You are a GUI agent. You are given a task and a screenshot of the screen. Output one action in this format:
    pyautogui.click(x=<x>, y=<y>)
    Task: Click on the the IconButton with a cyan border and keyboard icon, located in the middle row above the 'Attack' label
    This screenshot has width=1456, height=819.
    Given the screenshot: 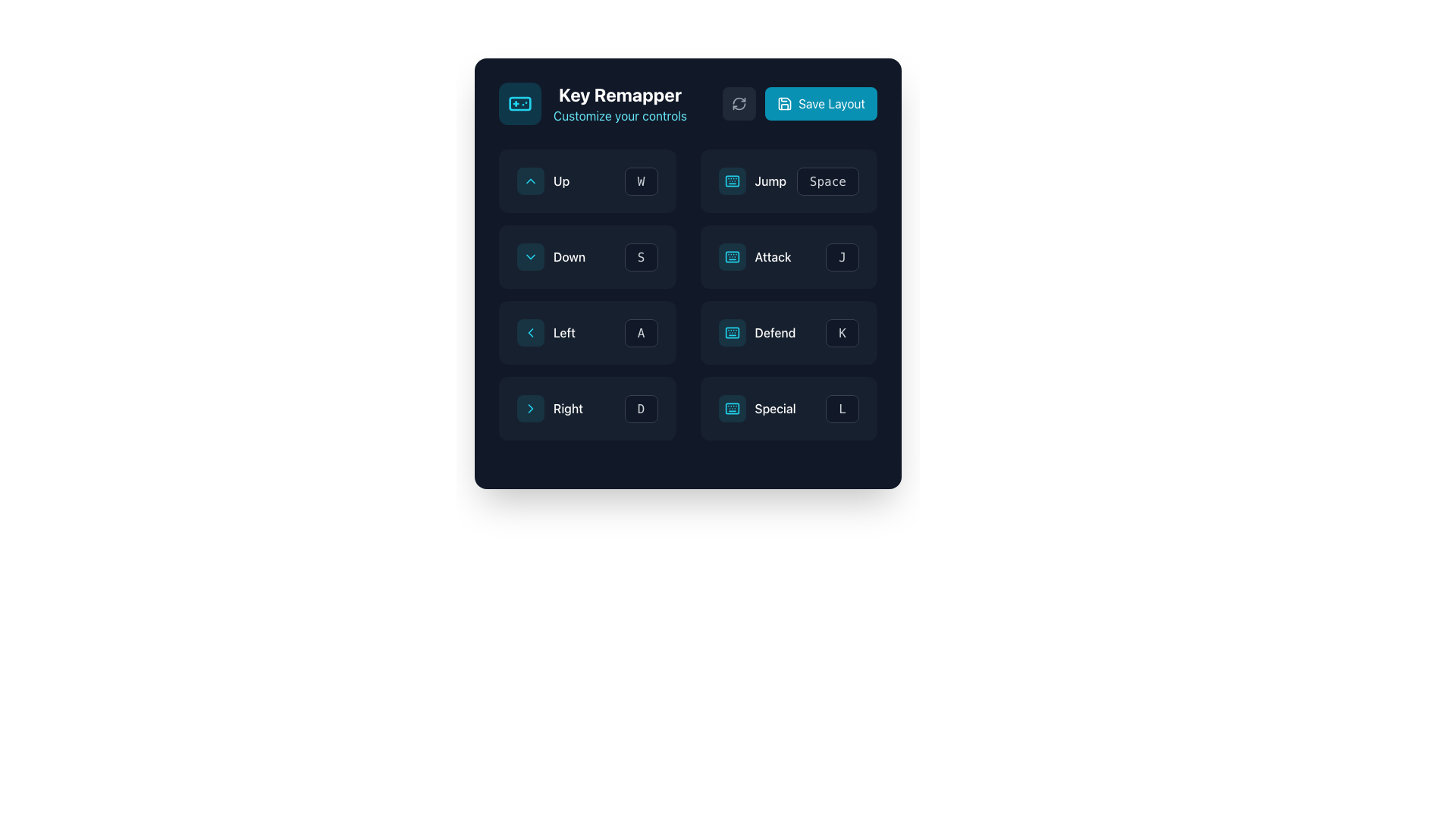 What is the action you would take?
    pyautogui.click(x=732, y=256)
    